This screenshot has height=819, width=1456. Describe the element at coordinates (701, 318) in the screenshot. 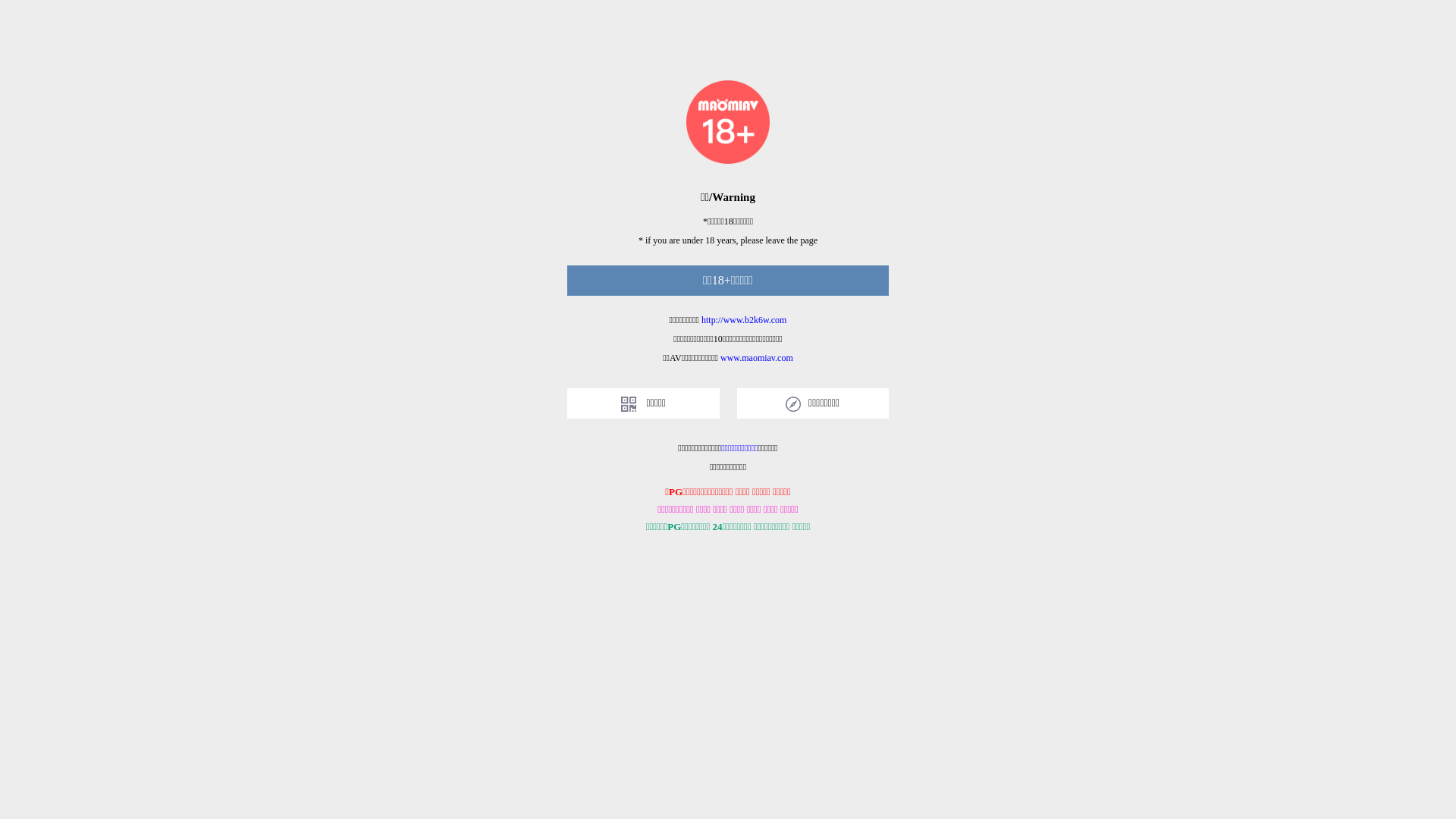

I see `'http://www.b2k6w.com'` at that location.